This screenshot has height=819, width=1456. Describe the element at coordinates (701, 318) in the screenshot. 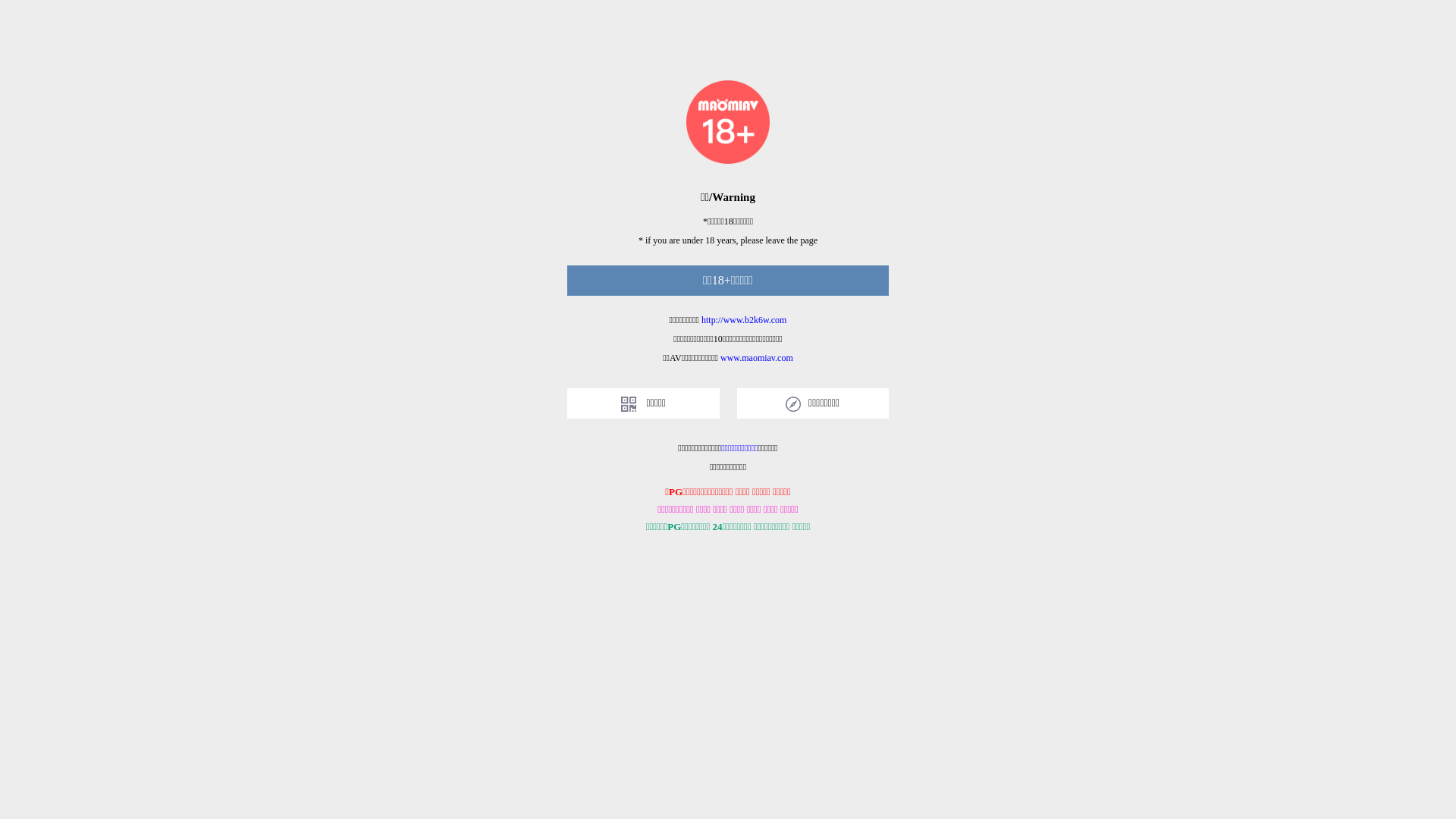

I see `'http://www.b2k6w.com'` at that location.